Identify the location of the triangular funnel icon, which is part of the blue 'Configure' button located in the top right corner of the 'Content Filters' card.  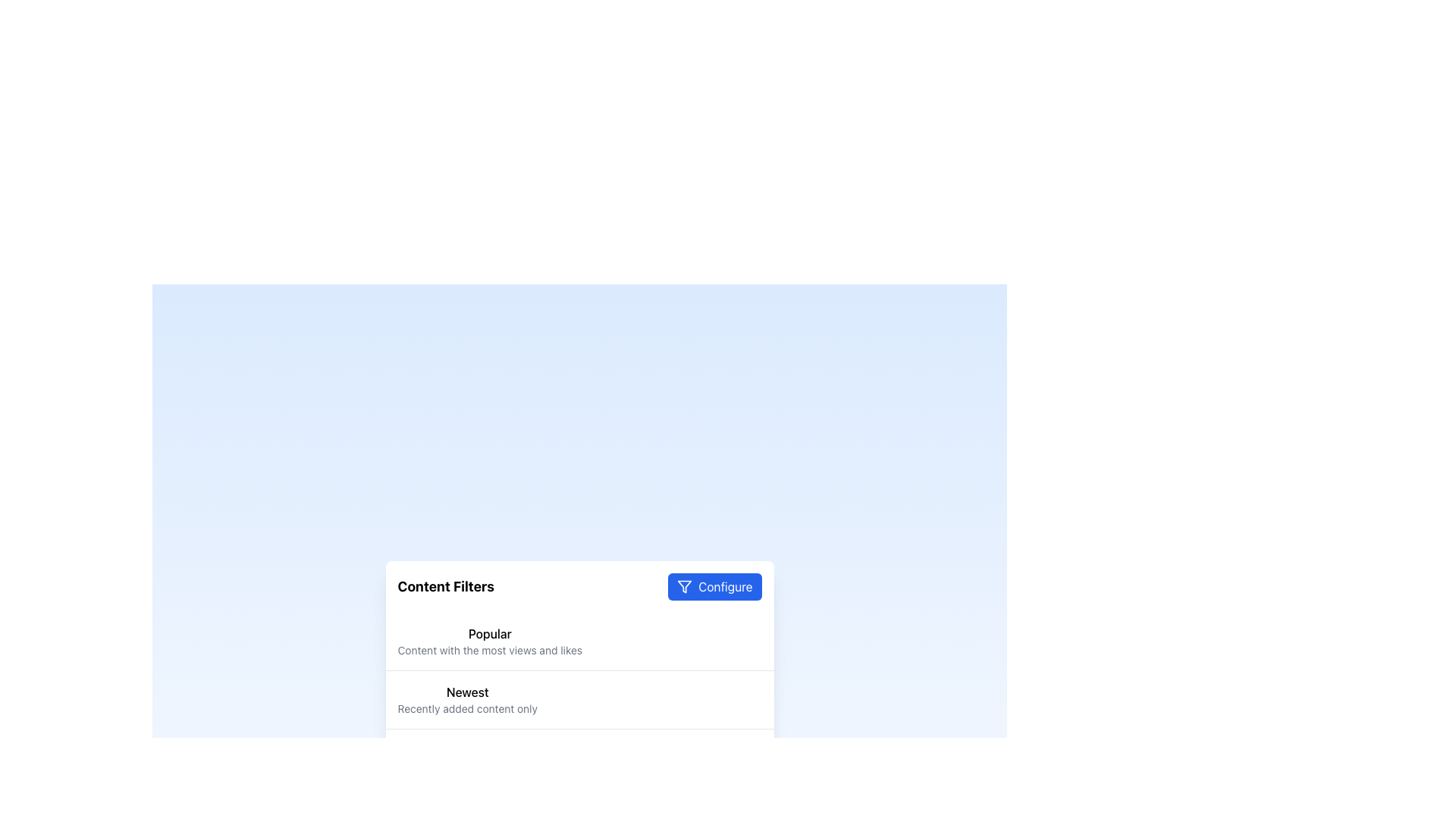
(684, 586).